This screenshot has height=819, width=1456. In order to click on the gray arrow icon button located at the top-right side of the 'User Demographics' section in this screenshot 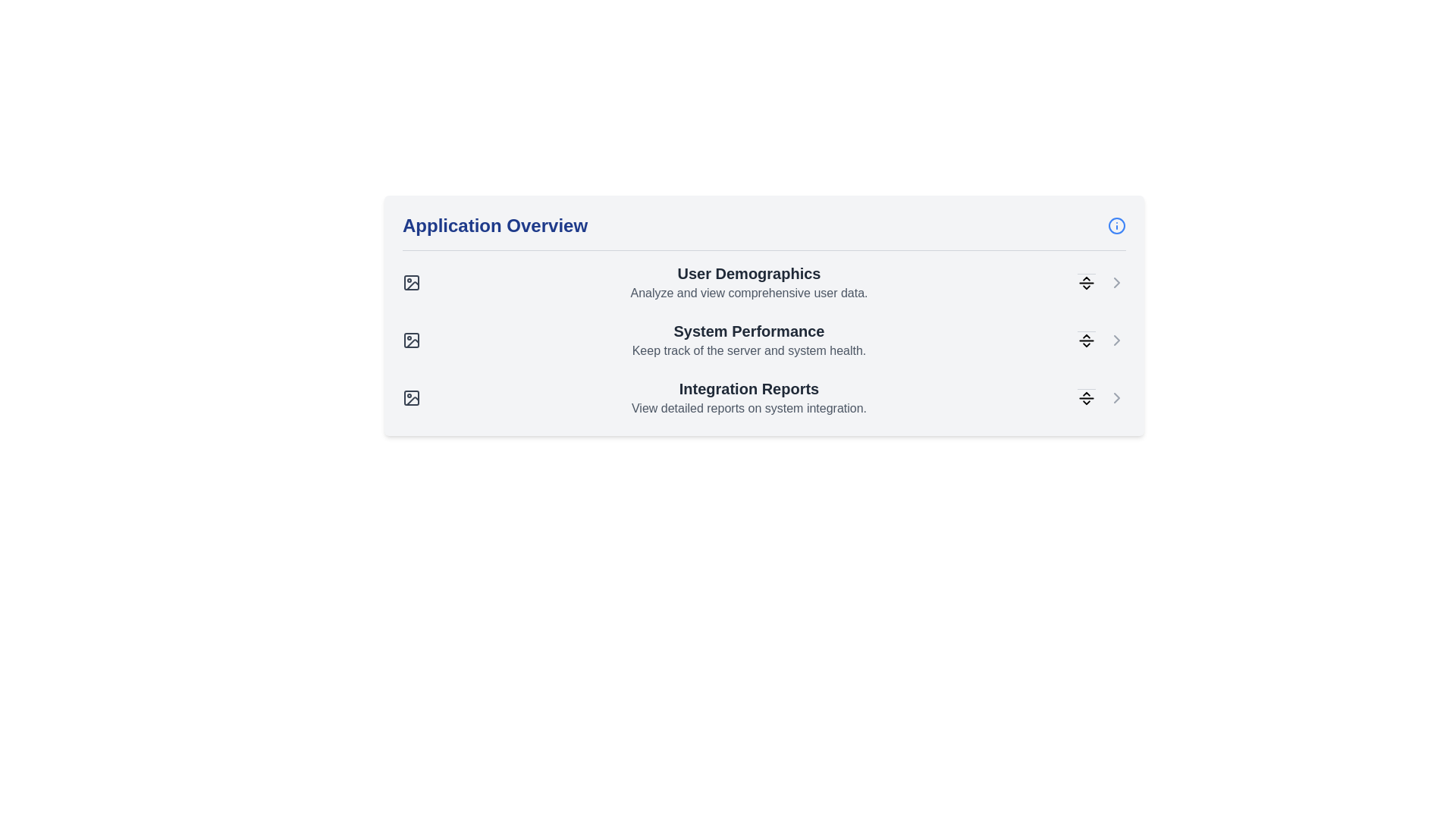, I will do `click(1117, 283)`.